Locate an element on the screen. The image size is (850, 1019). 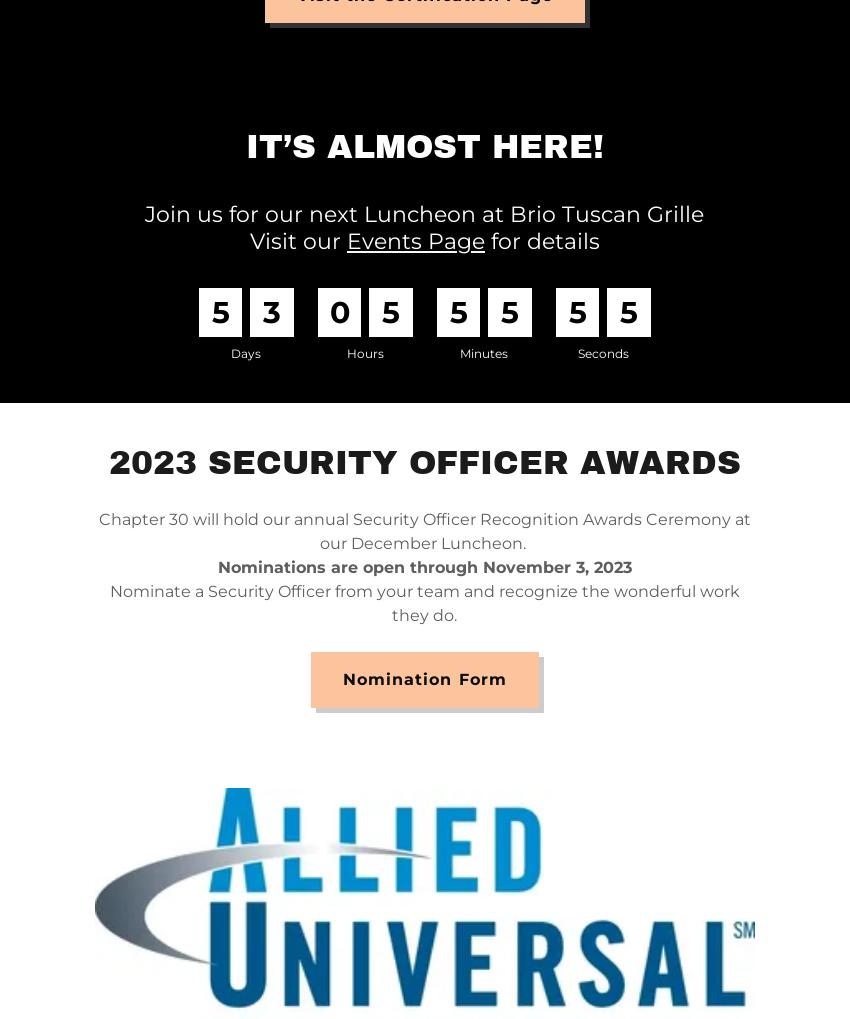
'2023 Security Officer Awards' is located at coordinates (423, 462).